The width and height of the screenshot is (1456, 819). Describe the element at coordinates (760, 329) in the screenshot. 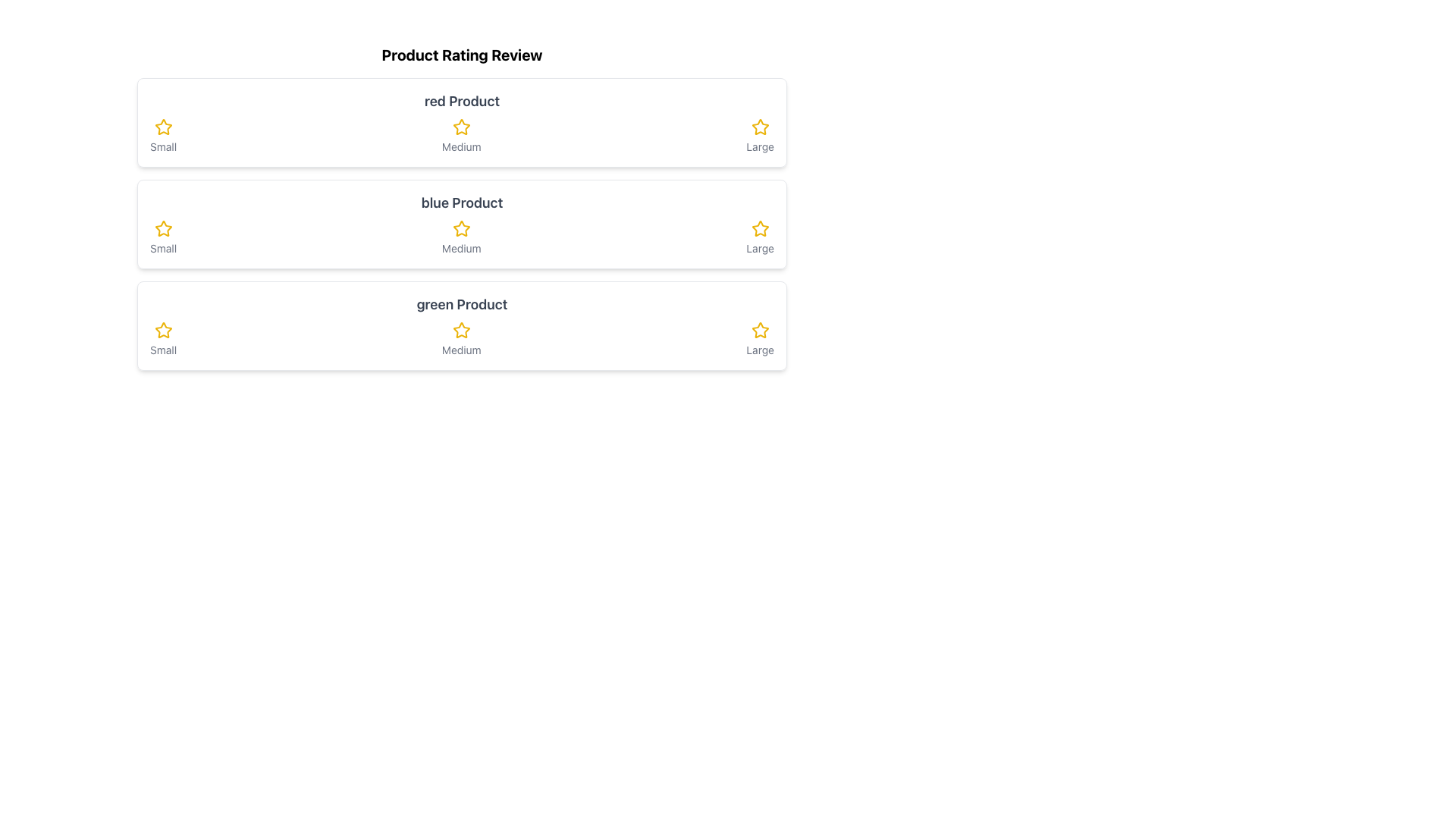

I see `the rating icon located in the 'green Product' section, adjacent to the label 'Large', indicating the rating size` at that location.